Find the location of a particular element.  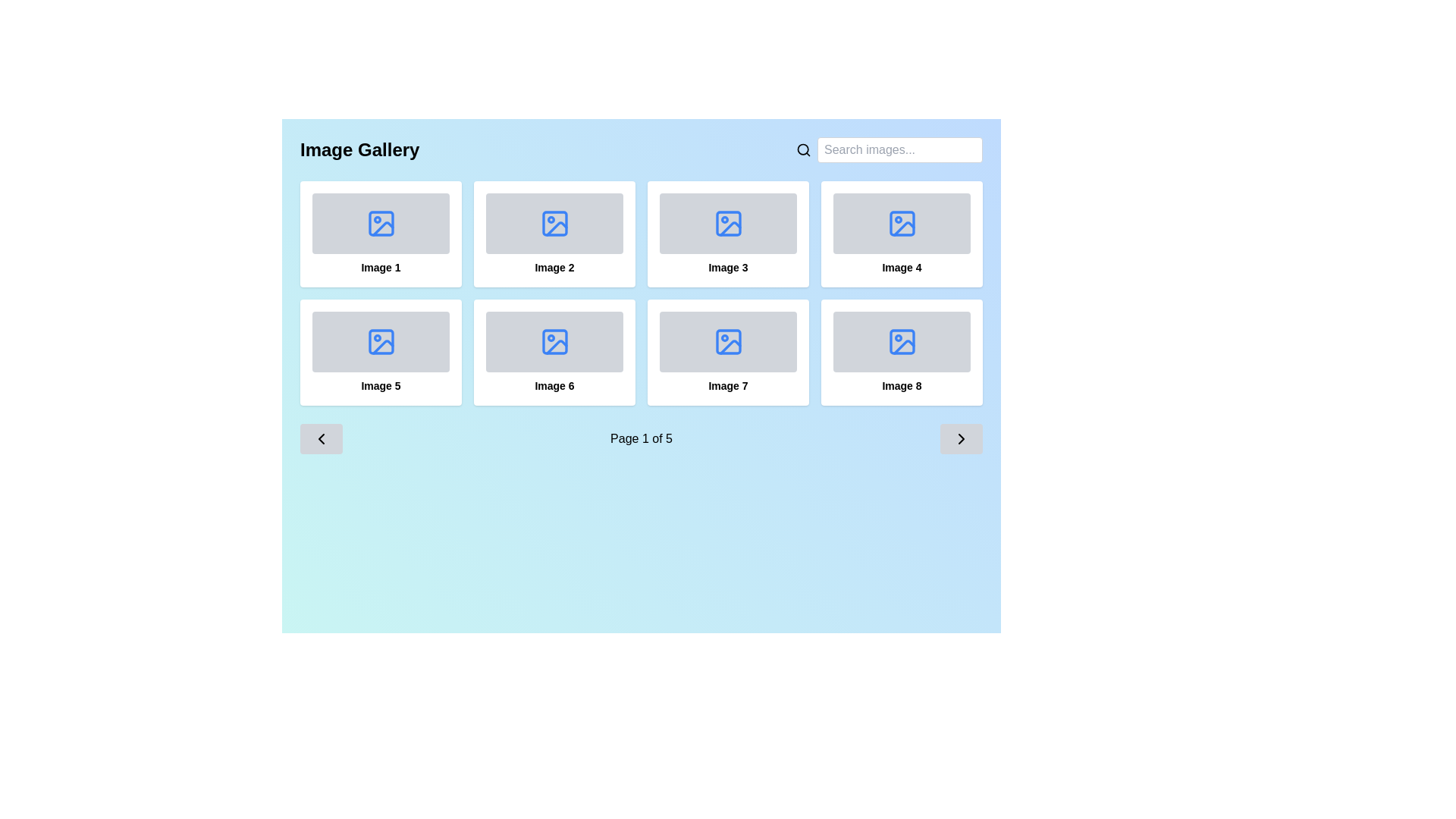

text label displaying 'Image 8' located beneath the image placeholder at the bottom-right corner of the grid layout is located at coordinates (902, 385).